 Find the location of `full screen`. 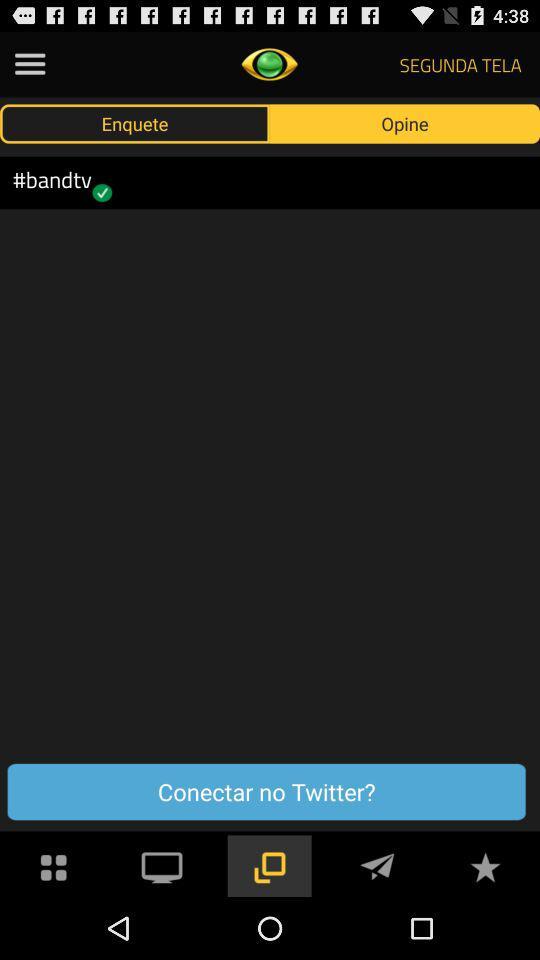

full screen is located at coordinates (161, 864).